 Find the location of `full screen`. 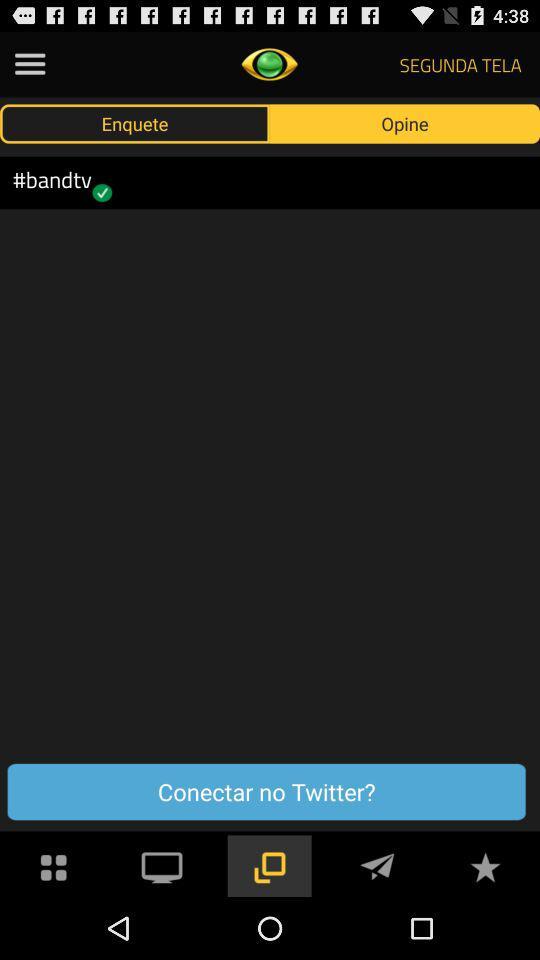

full screen is located at coordinates (161, 864).